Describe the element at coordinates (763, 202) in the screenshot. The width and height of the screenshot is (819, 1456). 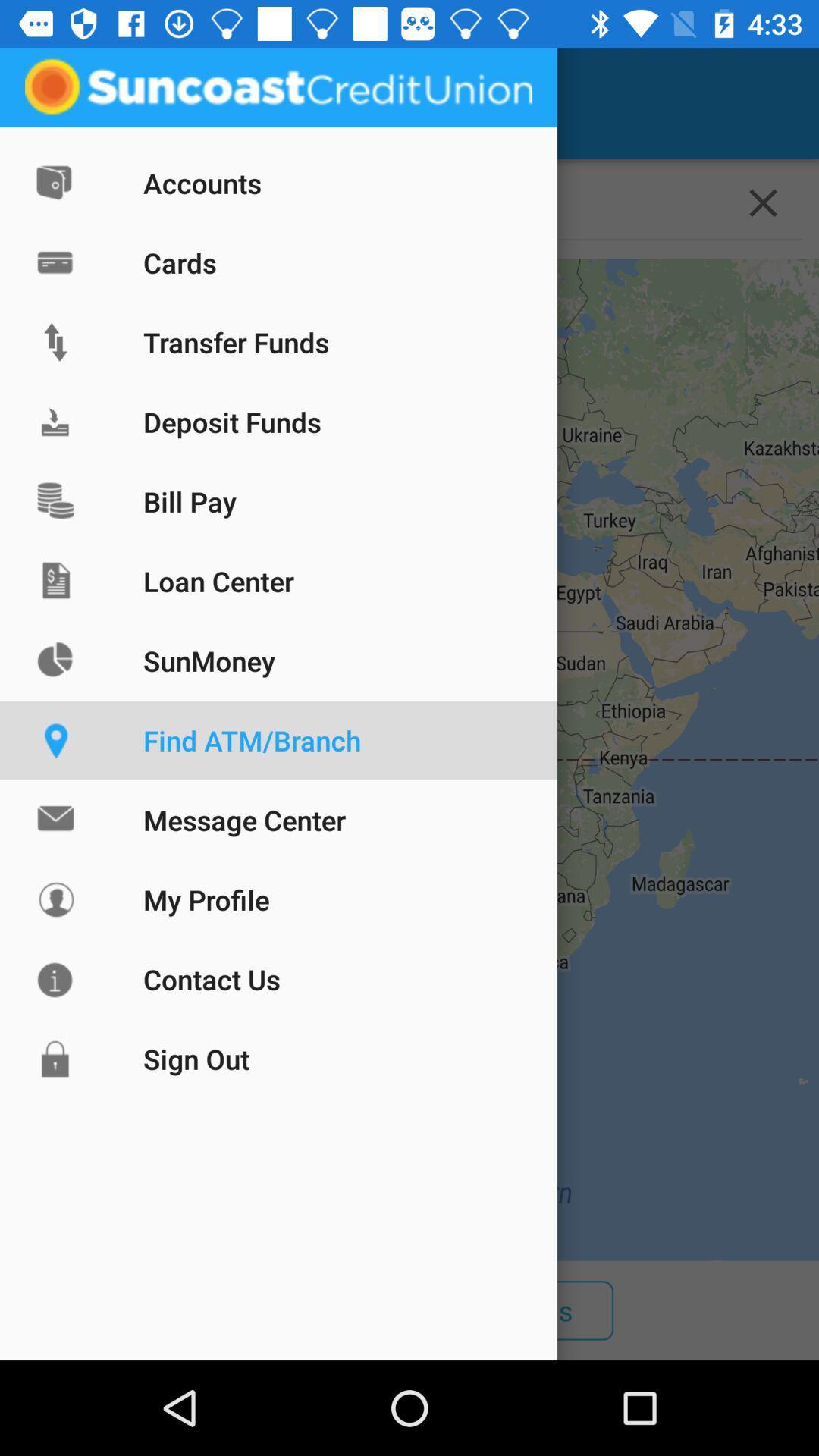
I see `the close icon` at that location.